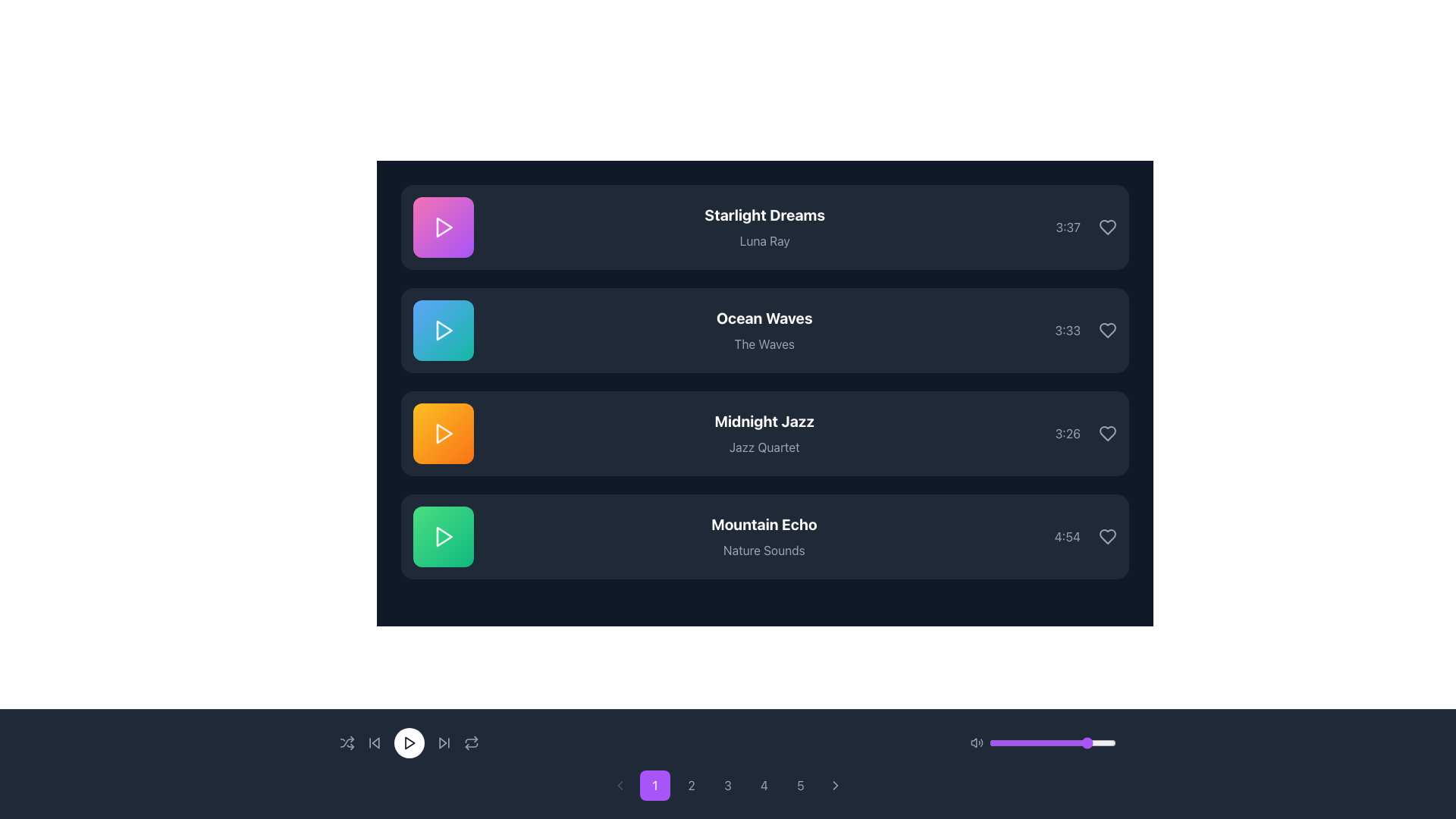 This screenshot has height=819, width=1456. What do you see at coordinates (1107, 536) in the screenshot?
I see `the heart icon button located at the bottommost row of the list, aligned to the right of the text '4:54'` at bounding box center [1107, 536].